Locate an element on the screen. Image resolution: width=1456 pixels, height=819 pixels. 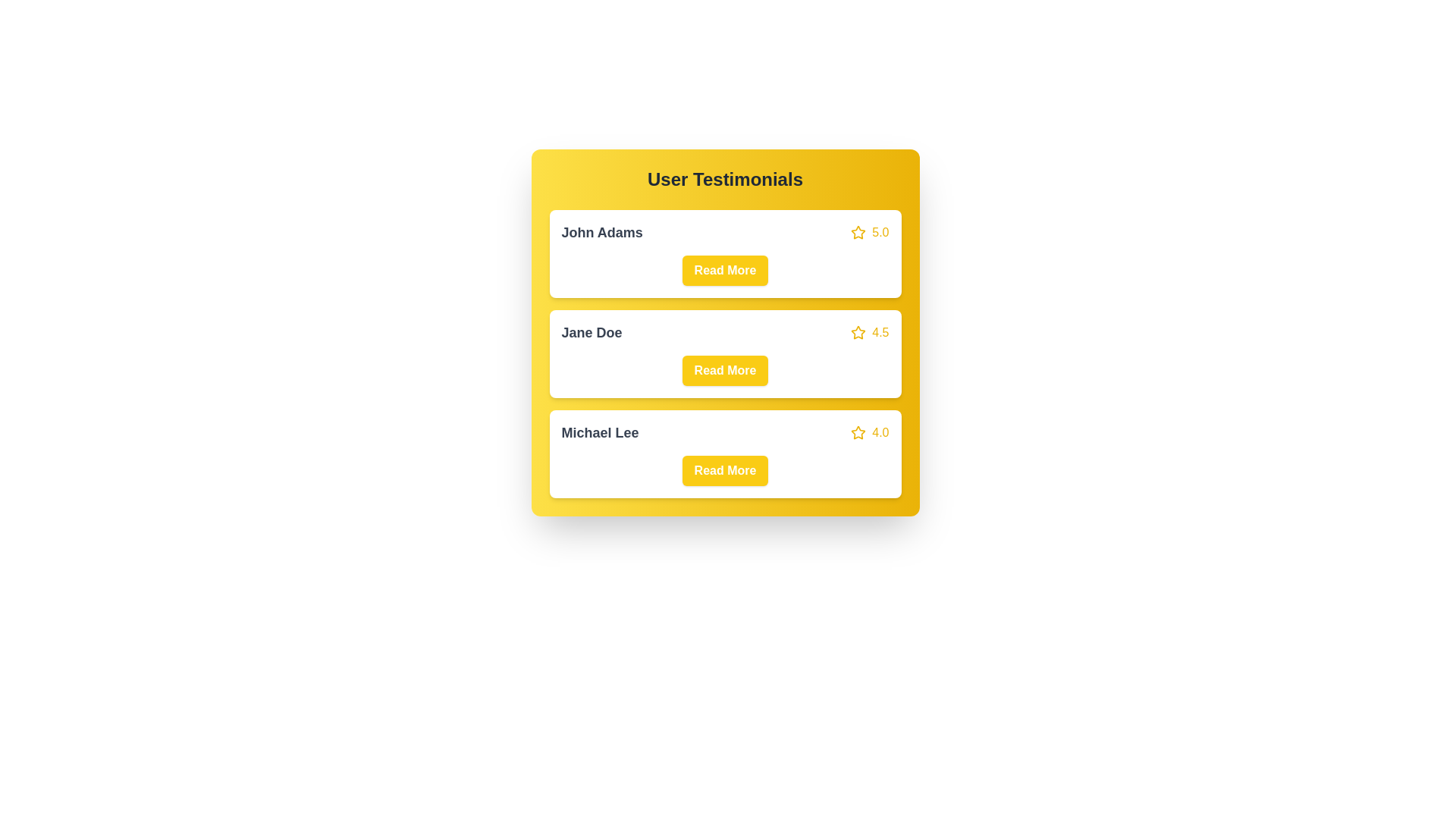
the 'Read More' button for Michael Lee to expand or collapse the review is located at coordinates (724, 470).